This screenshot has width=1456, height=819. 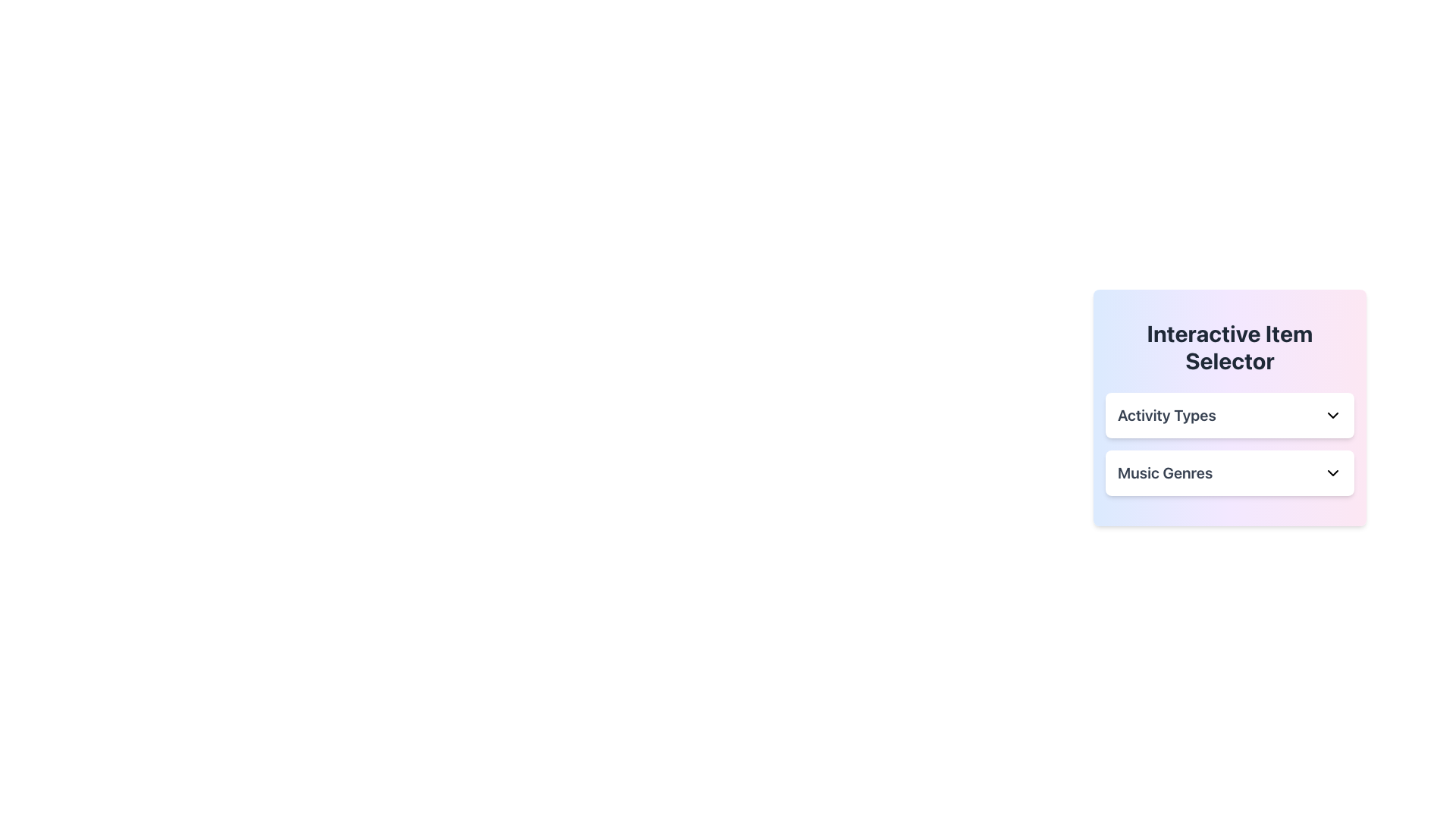 I want to click on the chevron icon on the right side of the 'Music Genres' label, so click(x=1332, y=472).